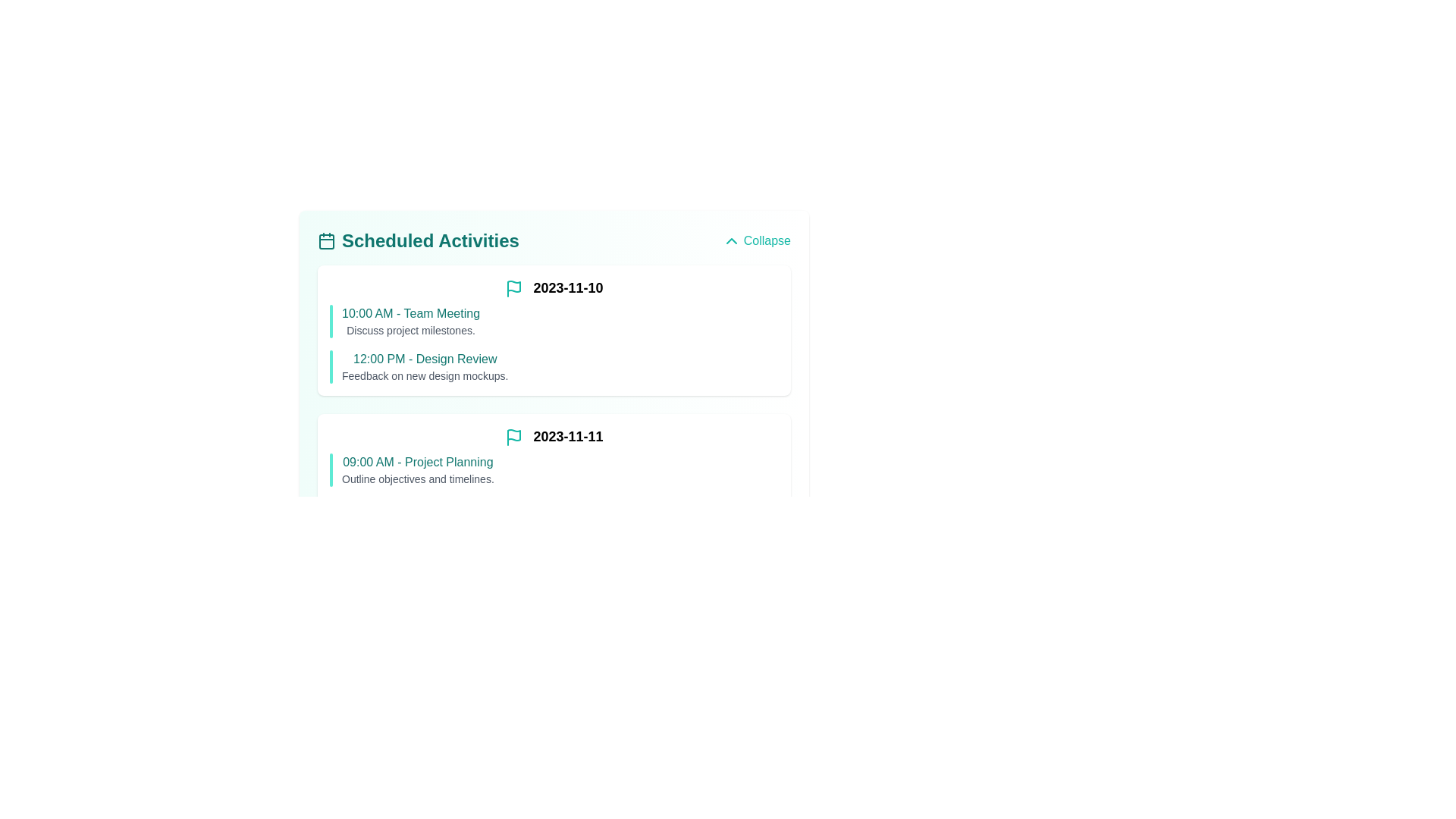  I want to click on the Text Label providing additional descriptive information about the activity scheduled for 10:00 AM, which is located within the card under 'Scheduled Activities.', so click(411, 329).